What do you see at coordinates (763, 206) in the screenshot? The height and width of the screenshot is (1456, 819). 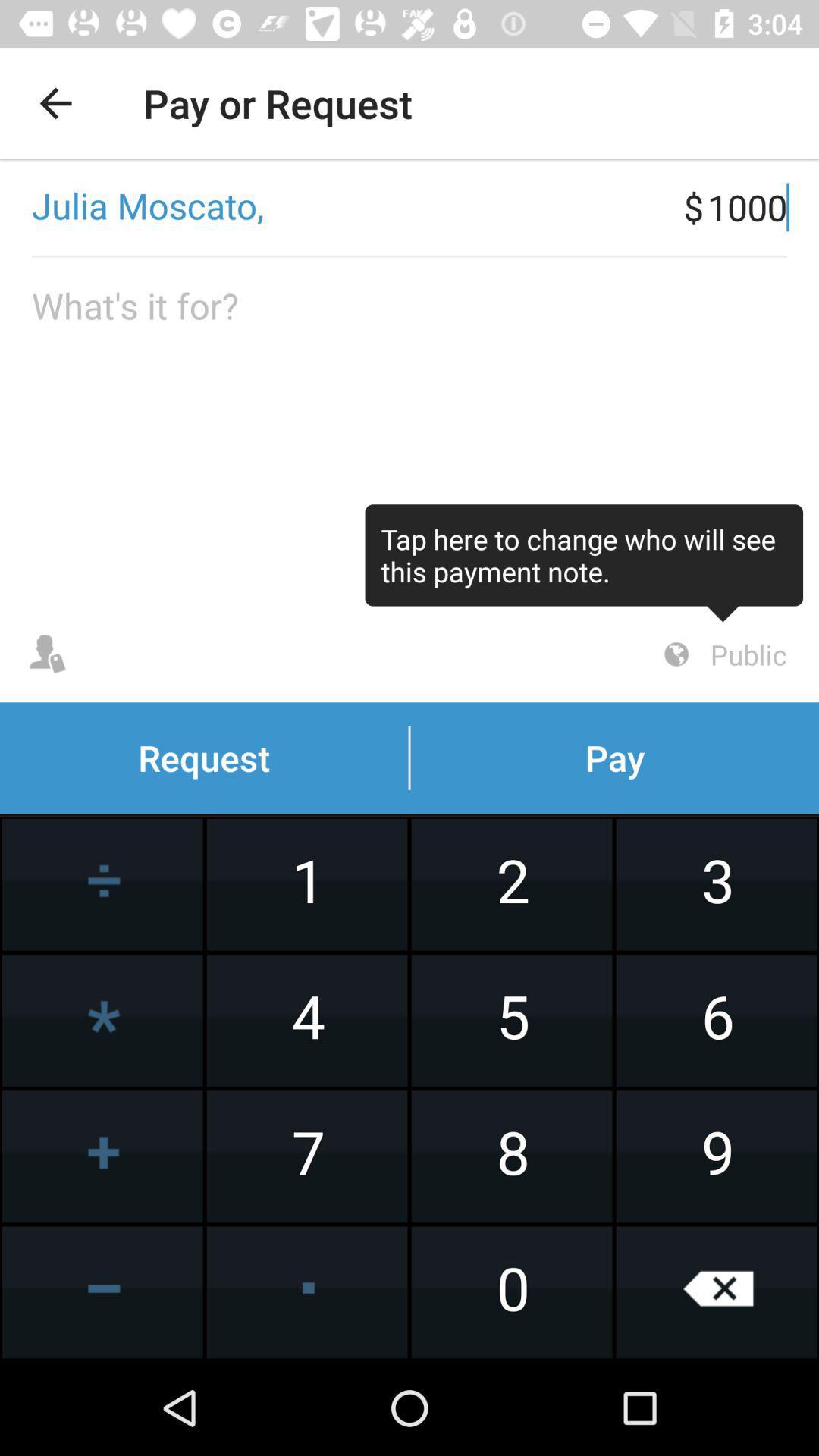 I see `1000 item` at bounding box center [763, 206].